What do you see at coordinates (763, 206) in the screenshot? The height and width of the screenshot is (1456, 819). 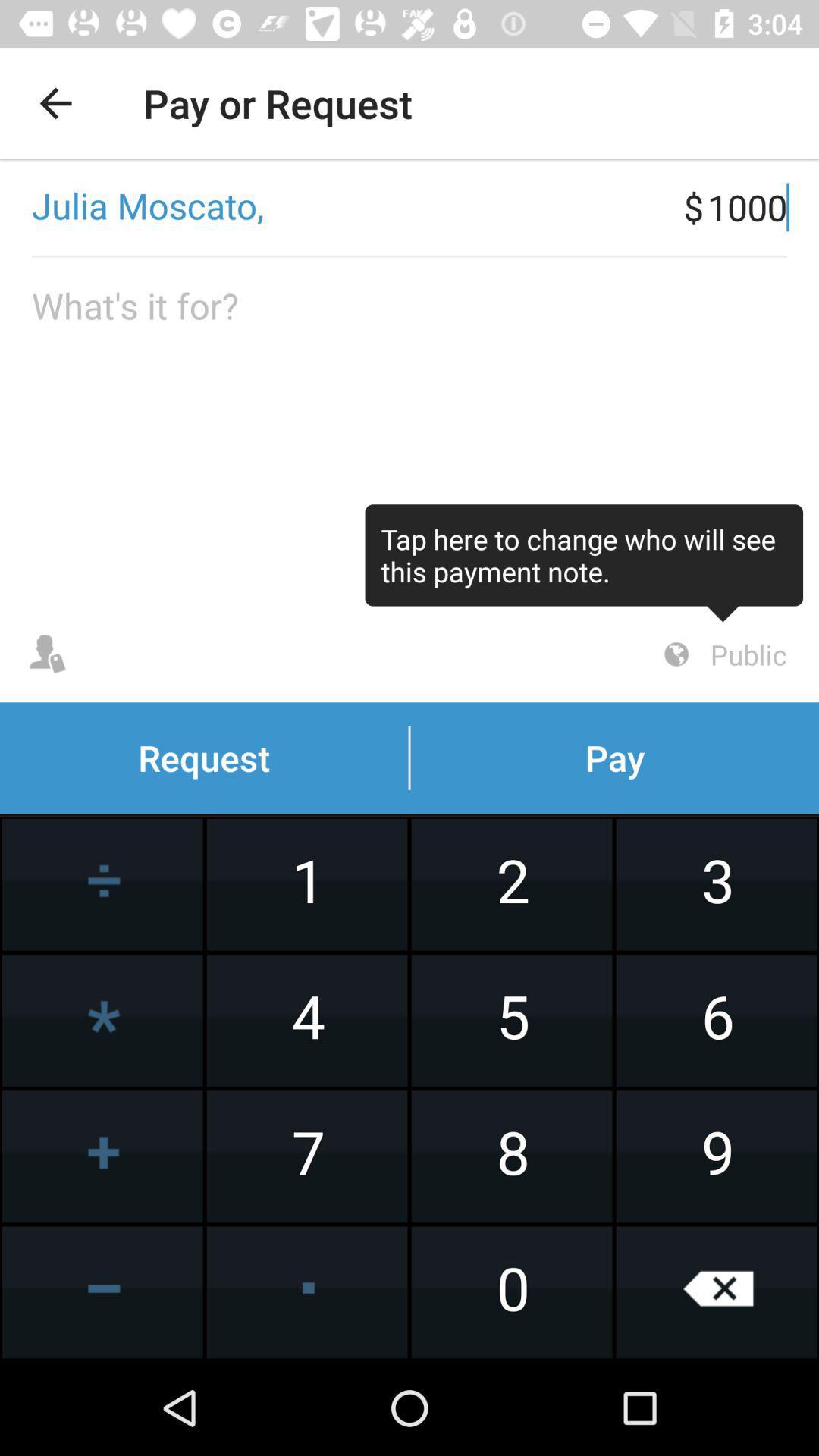 I see `1000 item` at bounding box center [763, 206].